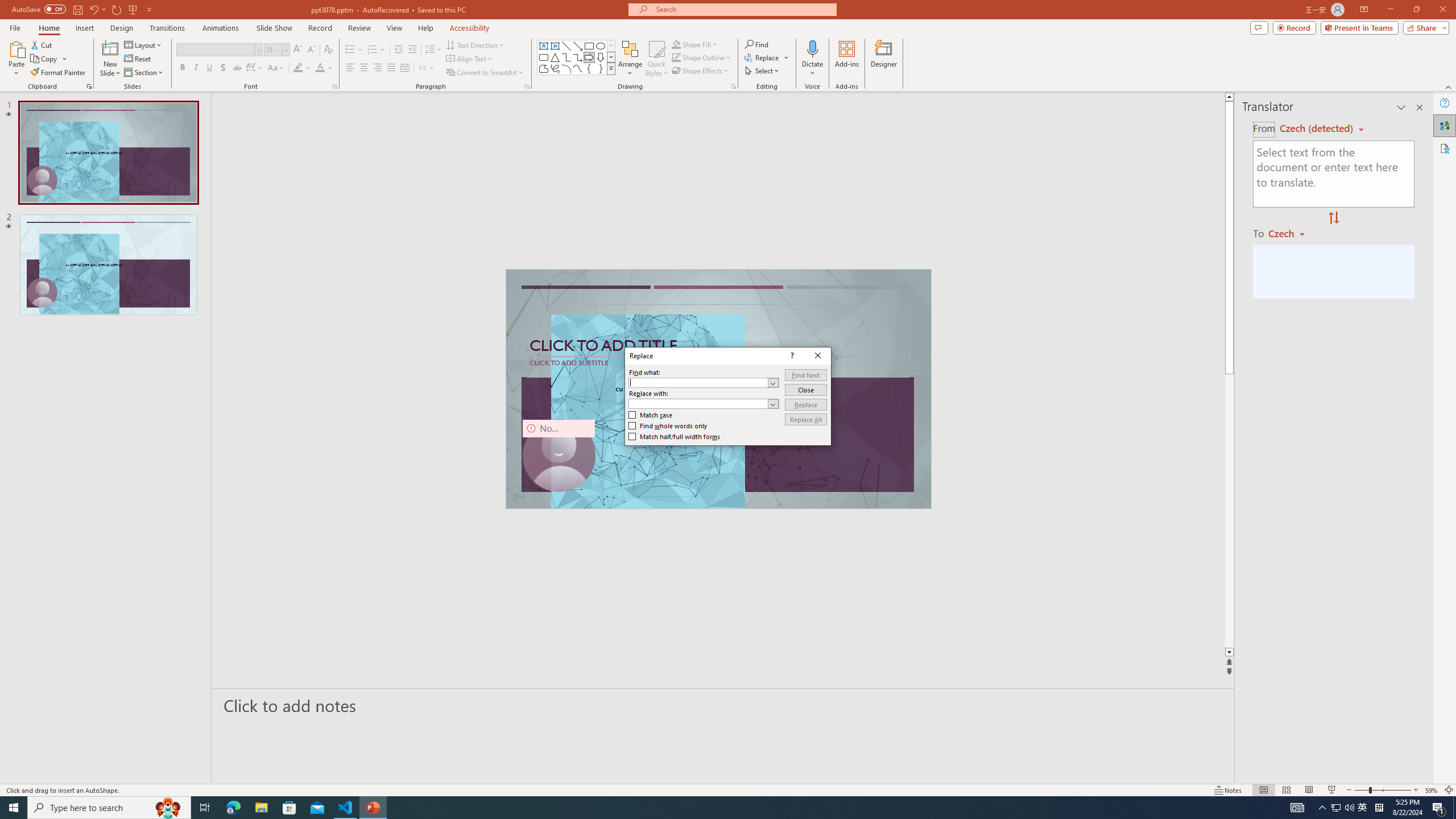  What do you see at coordinates (183, 67) in the screenshot?
I see `'Bold'` at bounding box center [183, 67].